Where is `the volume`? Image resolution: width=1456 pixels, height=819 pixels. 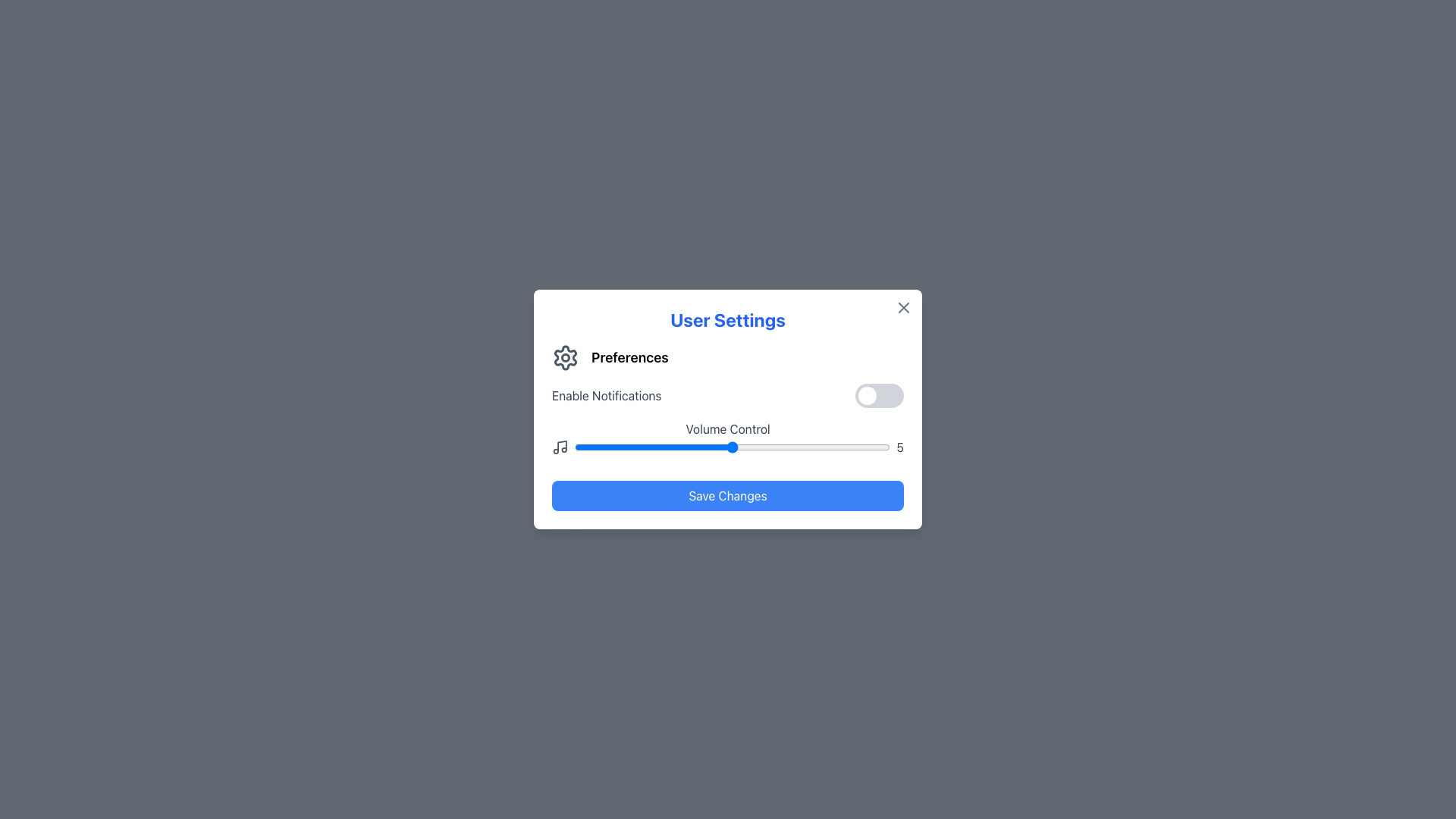 the volume is located at coordinates (699, 447).